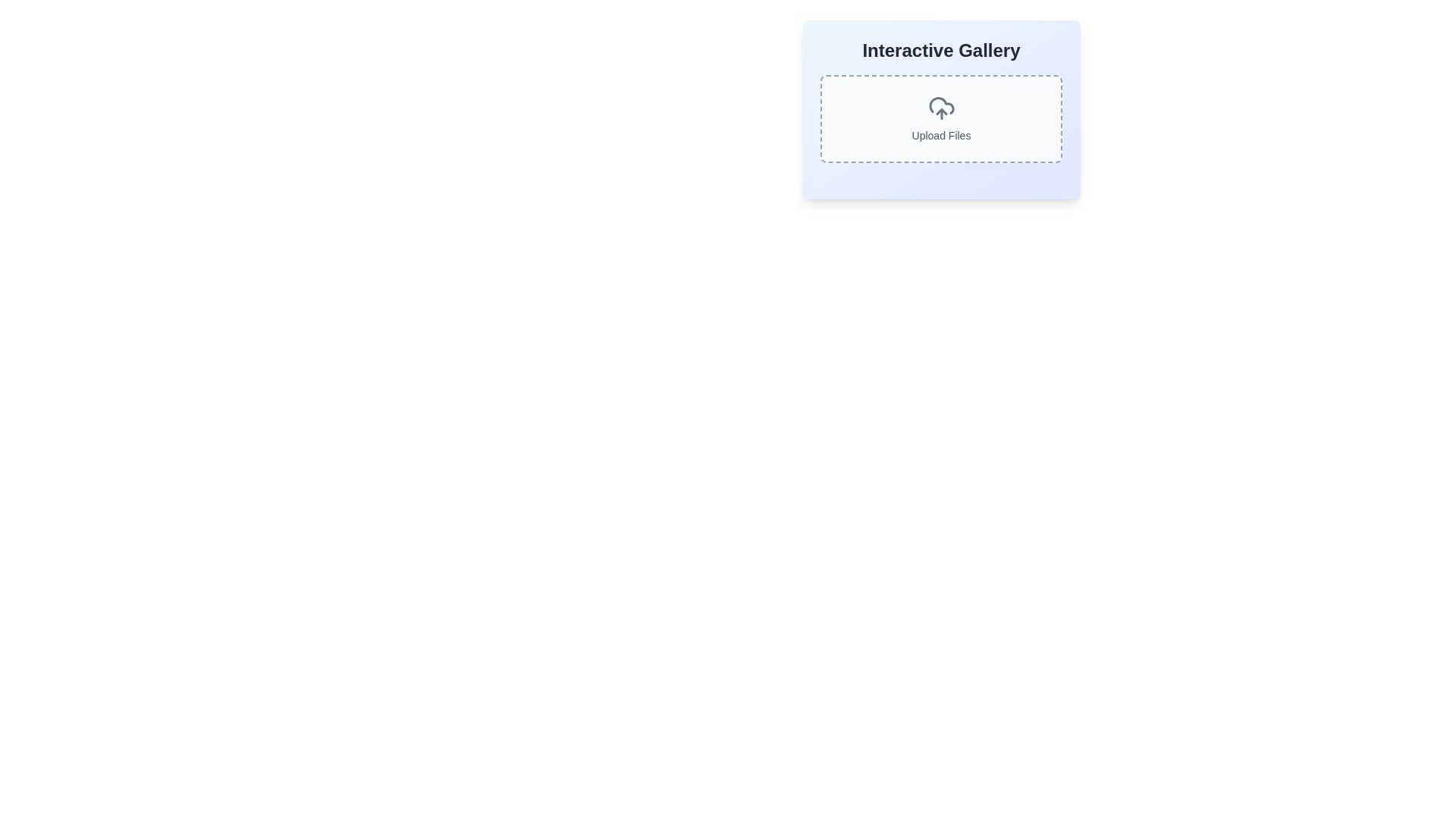  What do you see at coordinates (940, 107) in the screenshot?
I see `the cloud-shaped icon with a vertical arrow pointing upwards` at bounding box center [940, 107].